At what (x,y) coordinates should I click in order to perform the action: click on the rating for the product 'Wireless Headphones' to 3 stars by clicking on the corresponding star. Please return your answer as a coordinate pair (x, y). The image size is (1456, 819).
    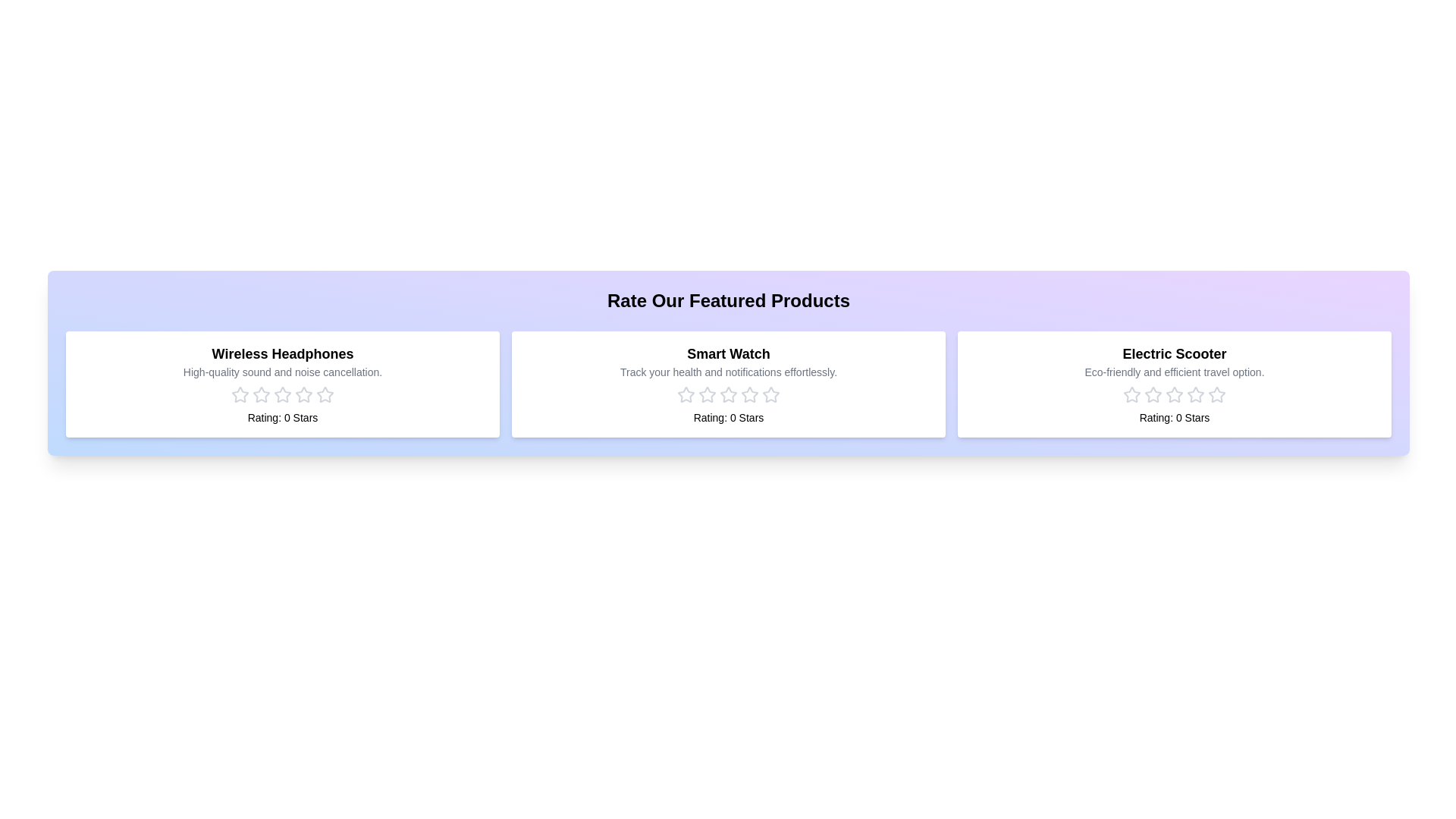
    Looking at the image, I should click on (283, 394).